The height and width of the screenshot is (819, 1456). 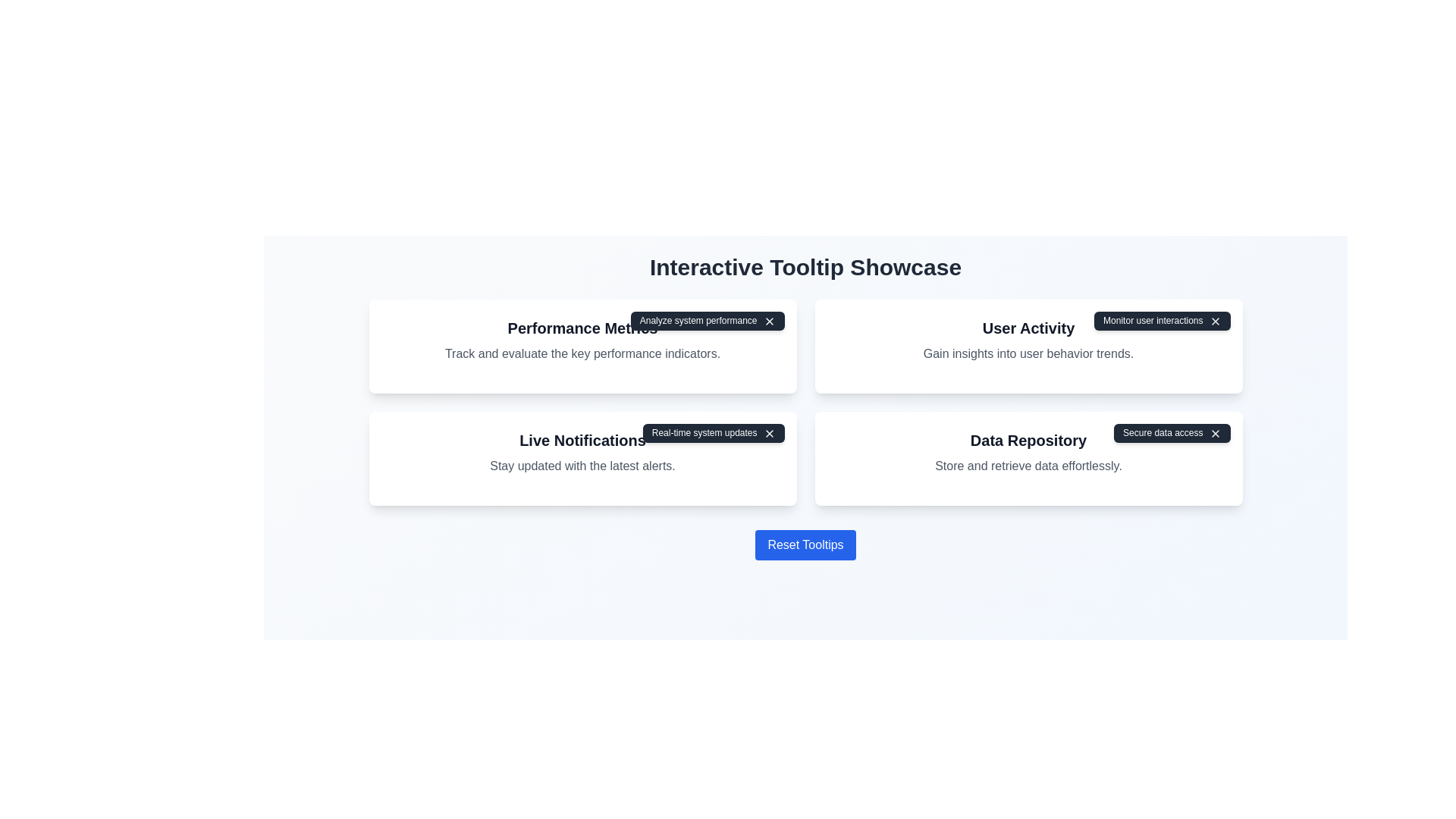 I want to click on the static text element that states 'Stay updated with the latest alerts.' which is styled classically in gray and is positioned within a white card below 'Live Notifications', so click(x=582, y=465).